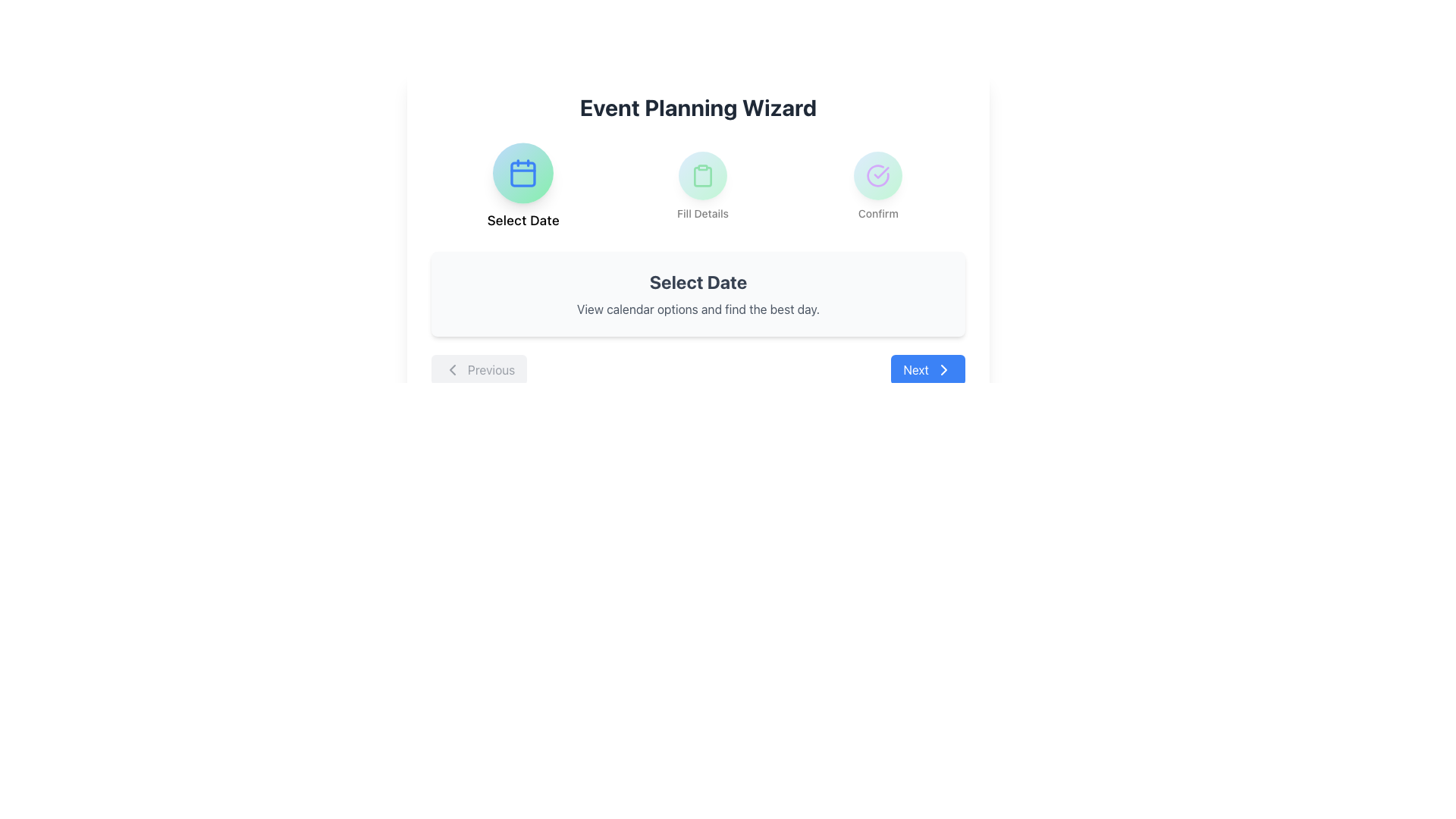 The width and height of the screenshot is (1456, 819). Describe the element at coordinates (522, 186) in the screenshot. I see `the circular option button labeled 'Select Date' with a blue calendar icon` at that location.